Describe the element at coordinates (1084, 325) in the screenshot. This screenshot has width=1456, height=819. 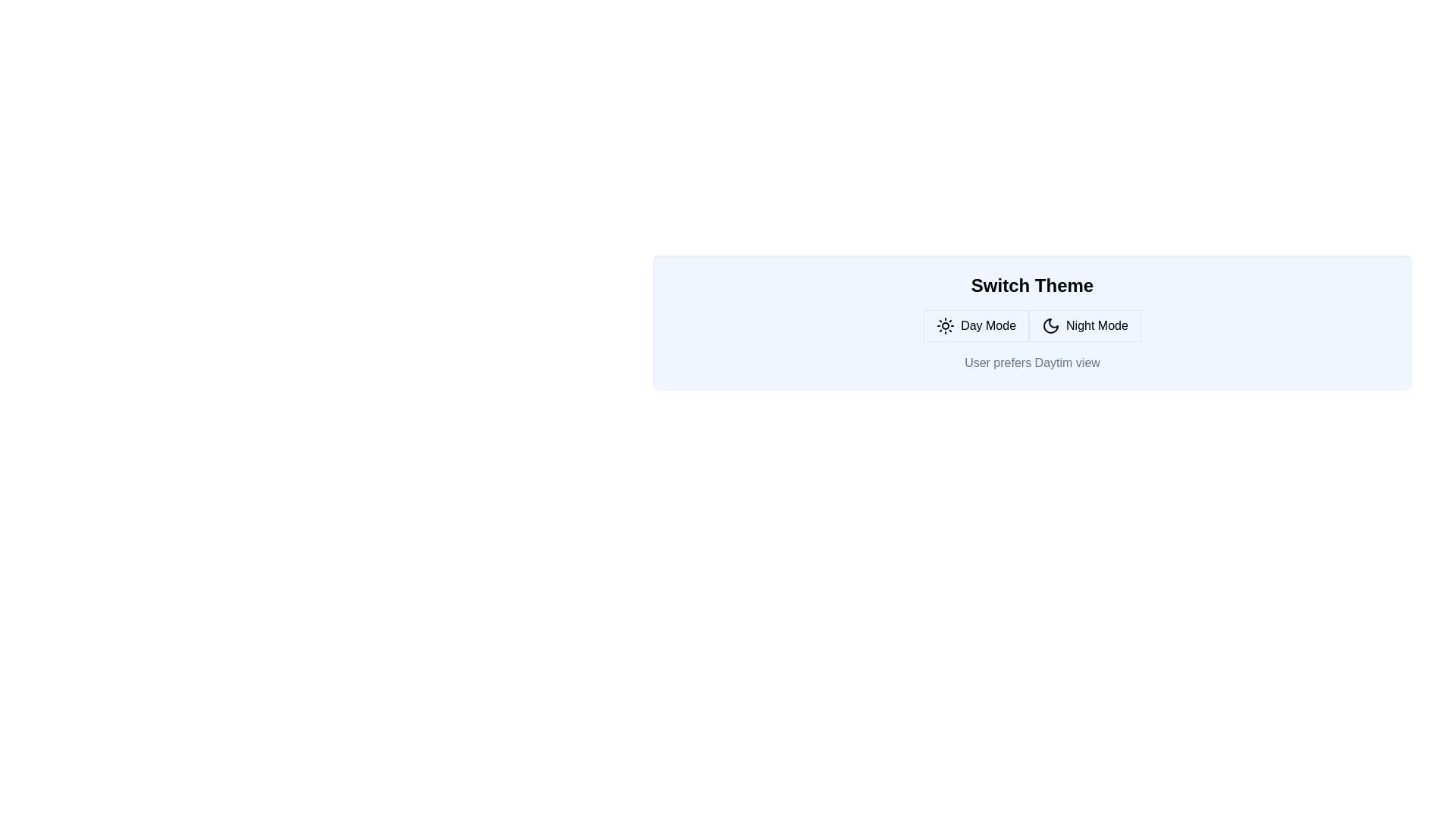
I see `the button corresponding to Night Mode mode` at that location.